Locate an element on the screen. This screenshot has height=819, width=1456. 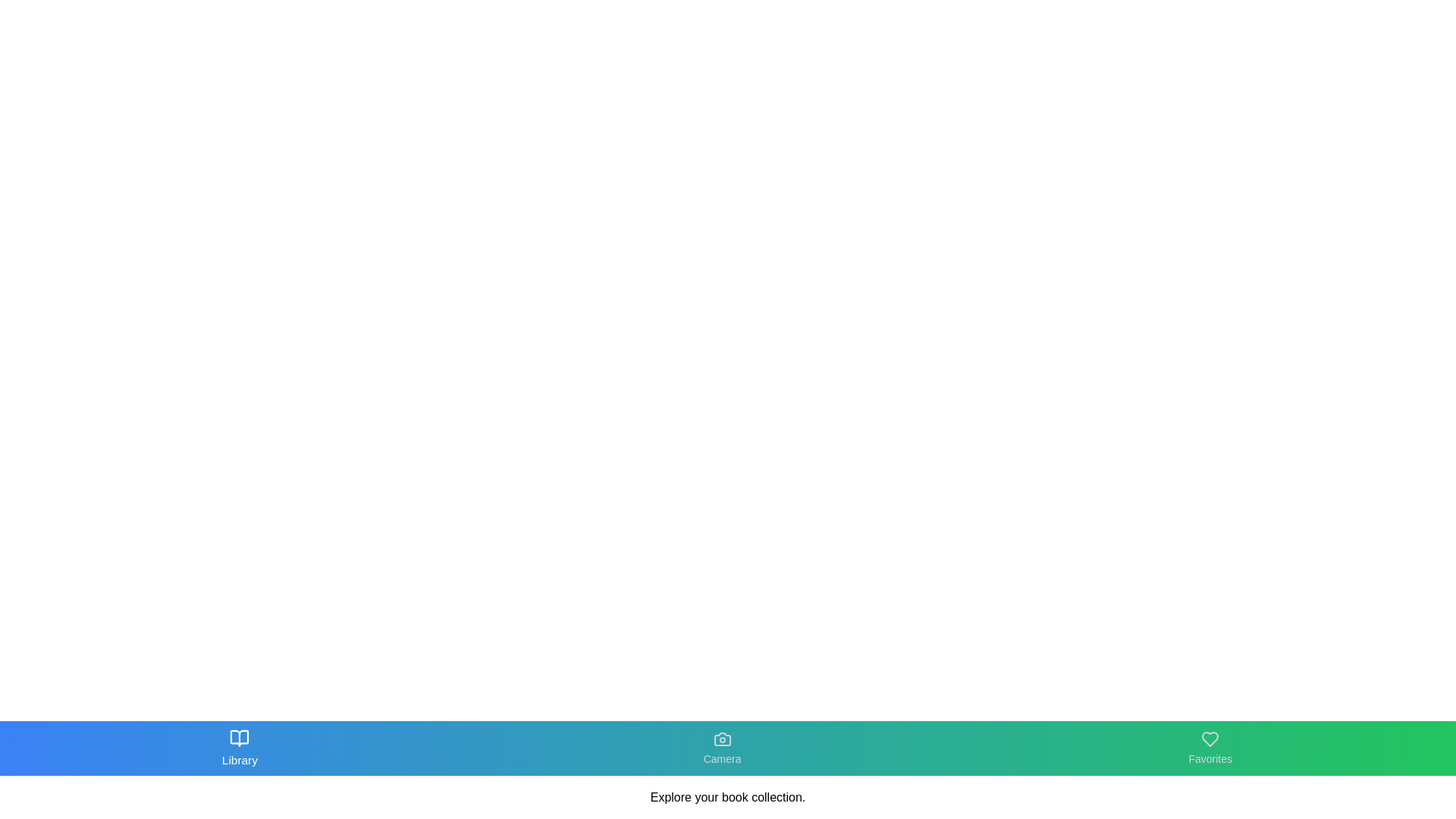
the Camera tab in the navigation bar is located at coordinates (720, 748).